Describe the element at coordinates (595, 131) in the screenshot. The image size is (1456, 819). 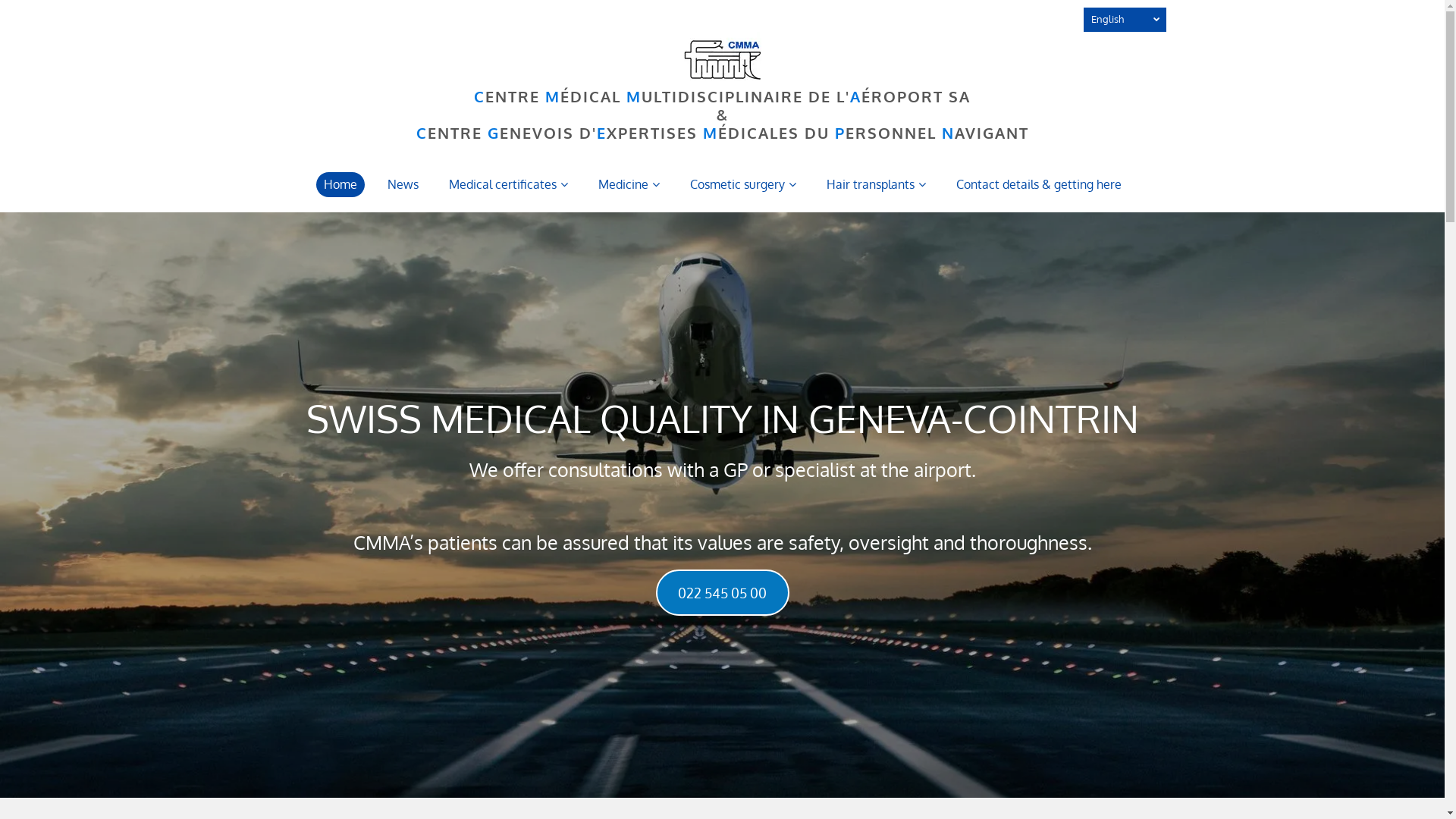
I see `'E'` at that location.